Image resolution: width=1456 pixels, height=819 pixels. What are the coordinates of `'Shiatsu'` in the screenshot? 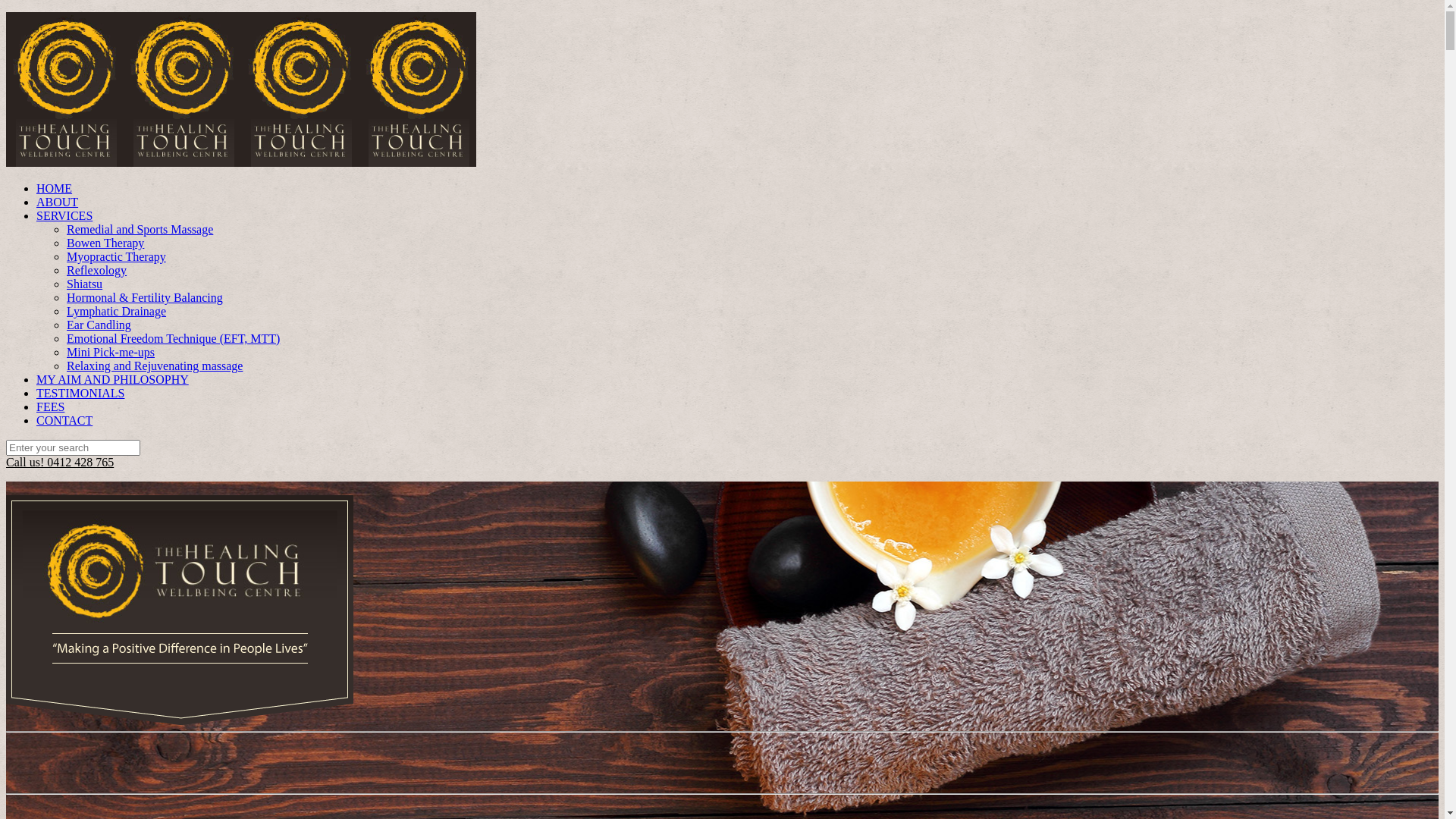 It's located at (83, 284).